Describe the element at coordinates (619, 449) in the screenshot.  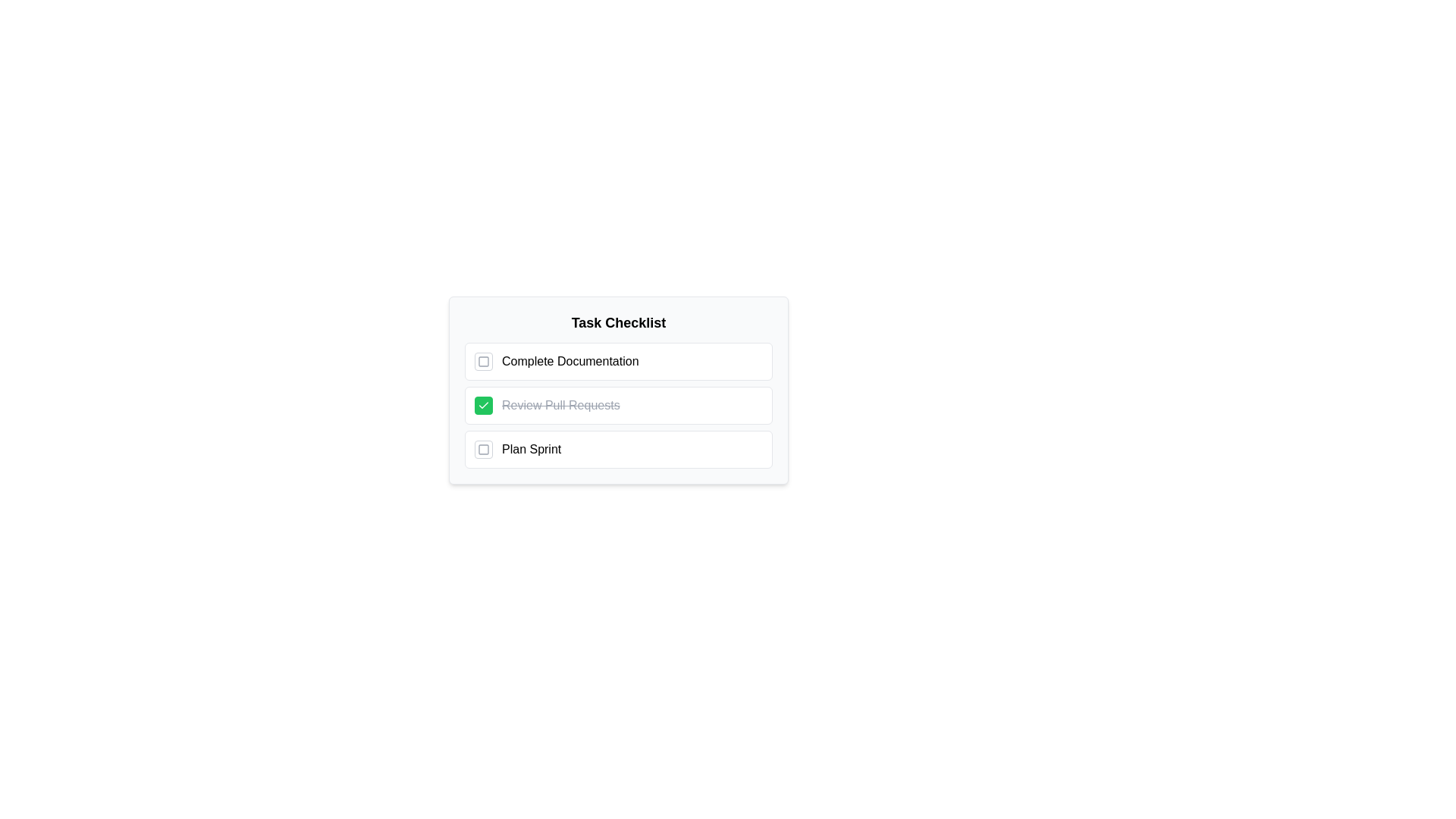
I see `the interactive checkbox of the last task item in the 'Task Checklist'` at that location.